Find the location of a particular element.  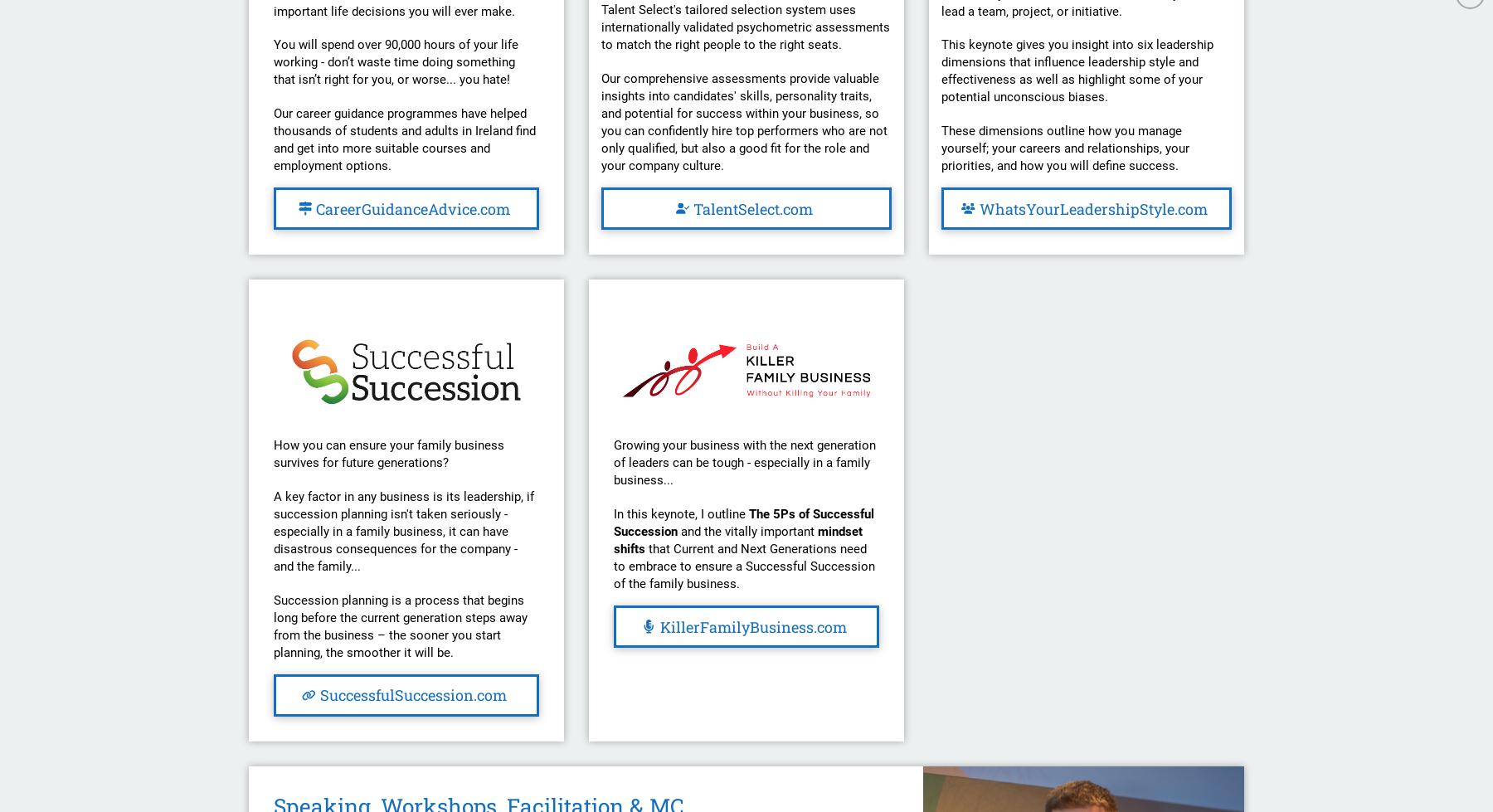

'The 5Ps of Successful Succession' is located at coordinates (612, 521).